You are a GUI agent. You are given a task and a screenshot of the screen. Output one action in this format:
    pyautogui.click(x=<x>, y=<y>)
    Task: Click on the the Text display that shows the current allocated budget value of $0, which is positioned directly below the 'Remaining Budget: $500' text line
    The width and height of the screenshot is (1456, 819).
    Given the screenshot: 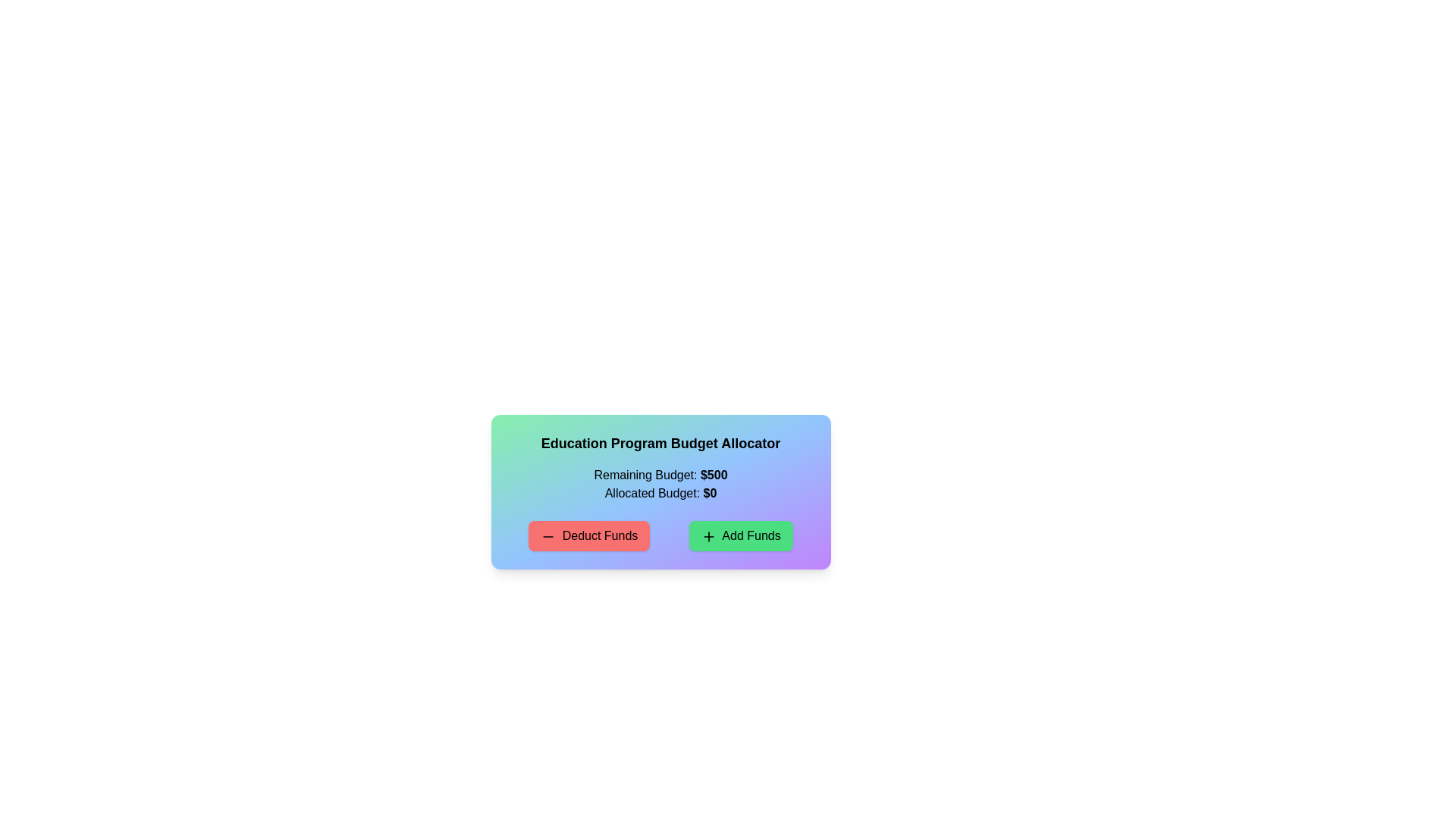 What is the action you would take?
    pyautogui.click(x=661, y=494)
    